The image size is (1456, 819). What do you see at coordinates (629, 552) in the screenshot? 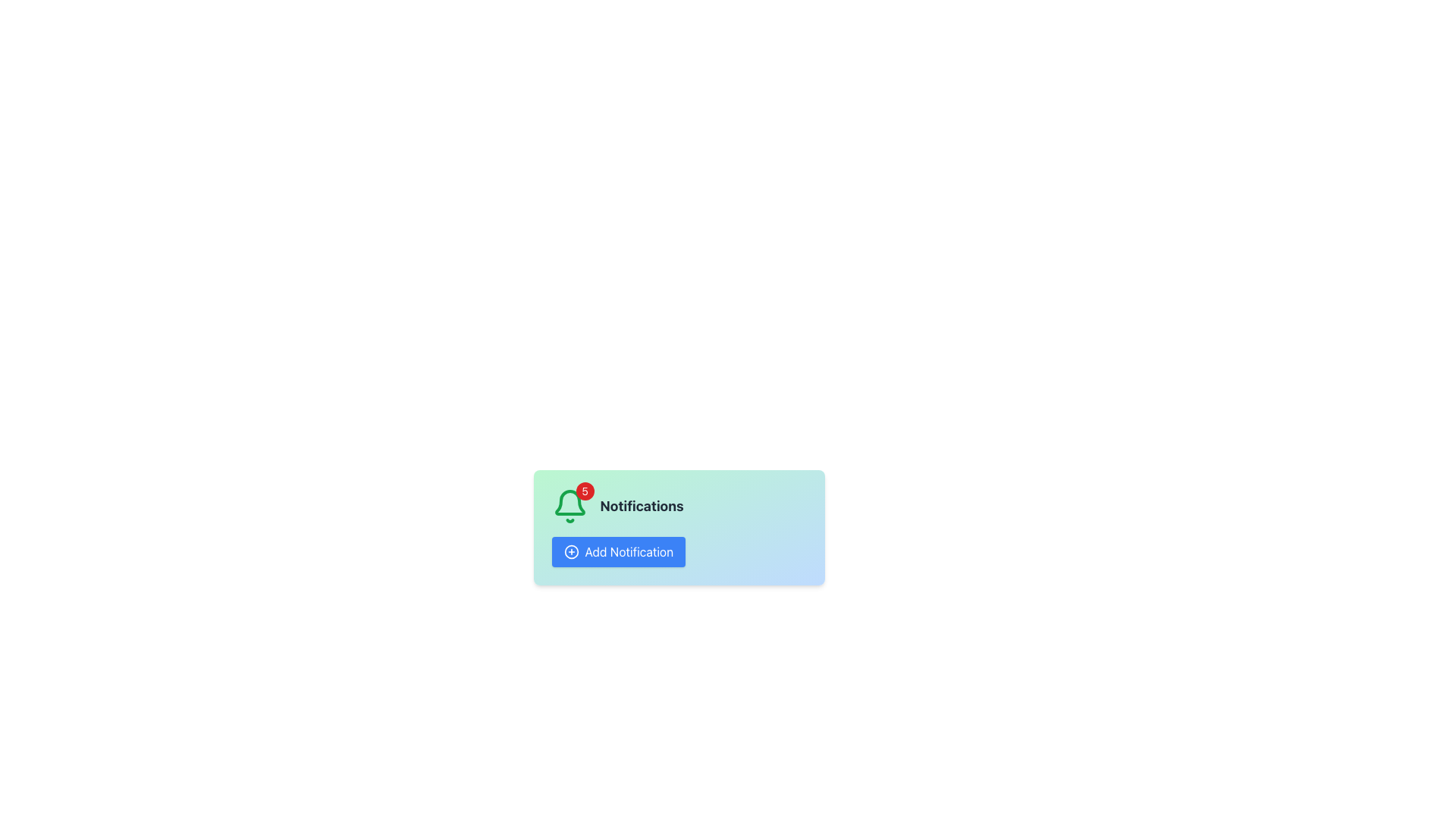
I see `the 'Add Notification' label located on the blue button at the bottom-right corner of the notification panel to initiate the add notification action` at bounding box center [629, 552].